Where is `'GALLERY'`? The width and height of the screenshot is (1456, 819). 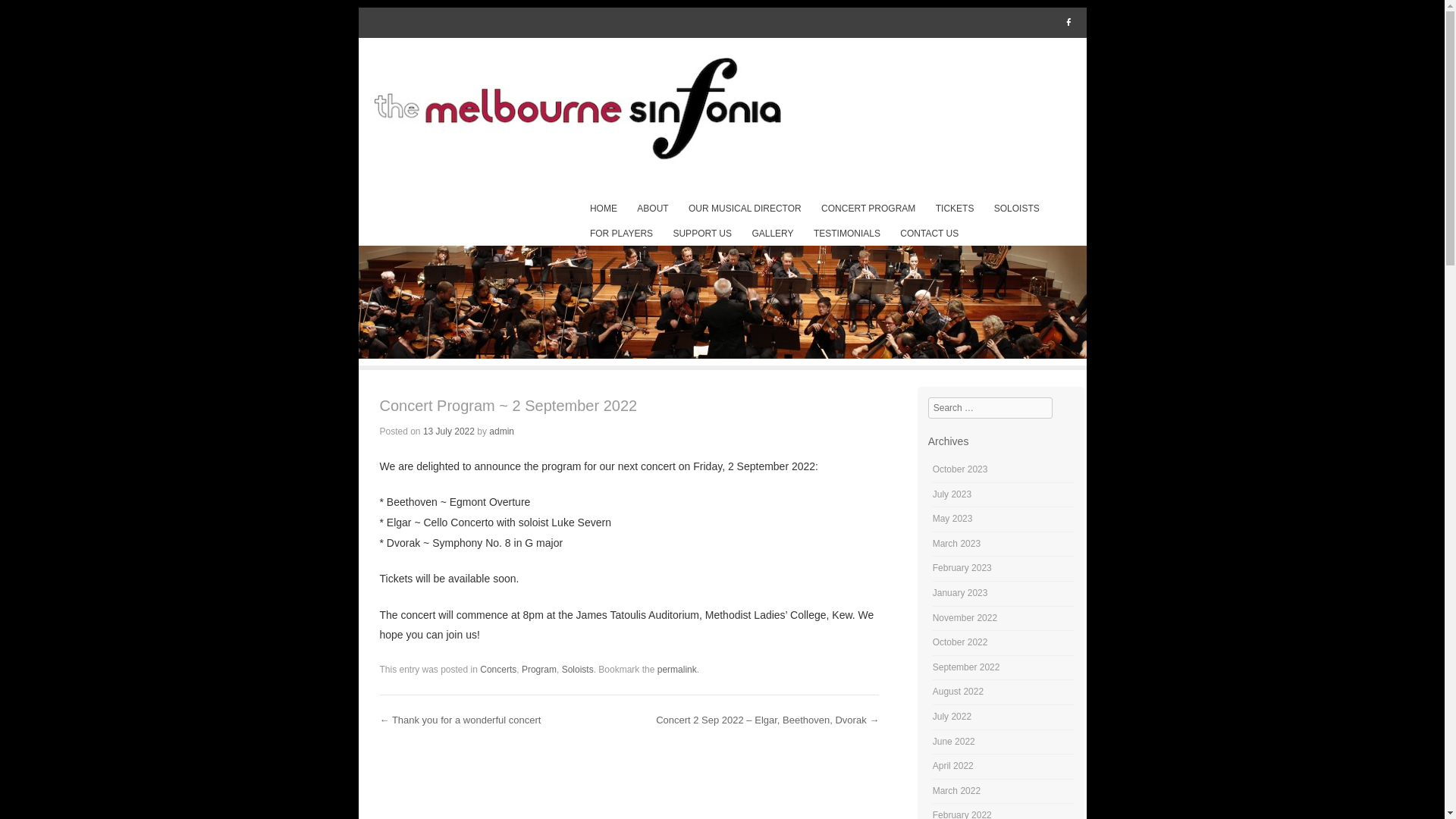 'GALLERY' is located at coordinates (772, 234).